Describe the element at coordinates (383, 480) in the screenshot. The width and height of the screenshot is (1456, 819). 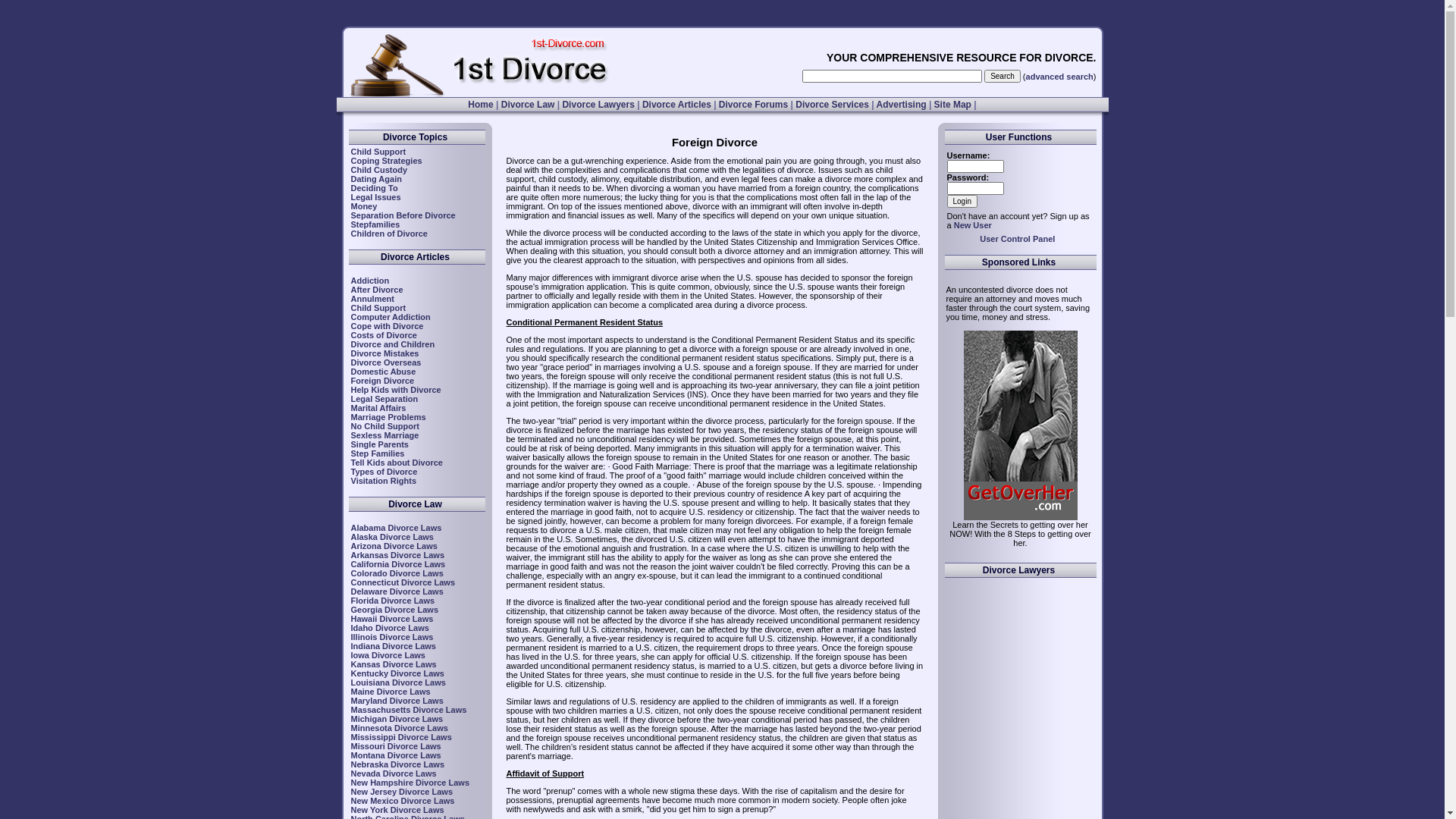
I see `'Visitation Rights'` at that location.